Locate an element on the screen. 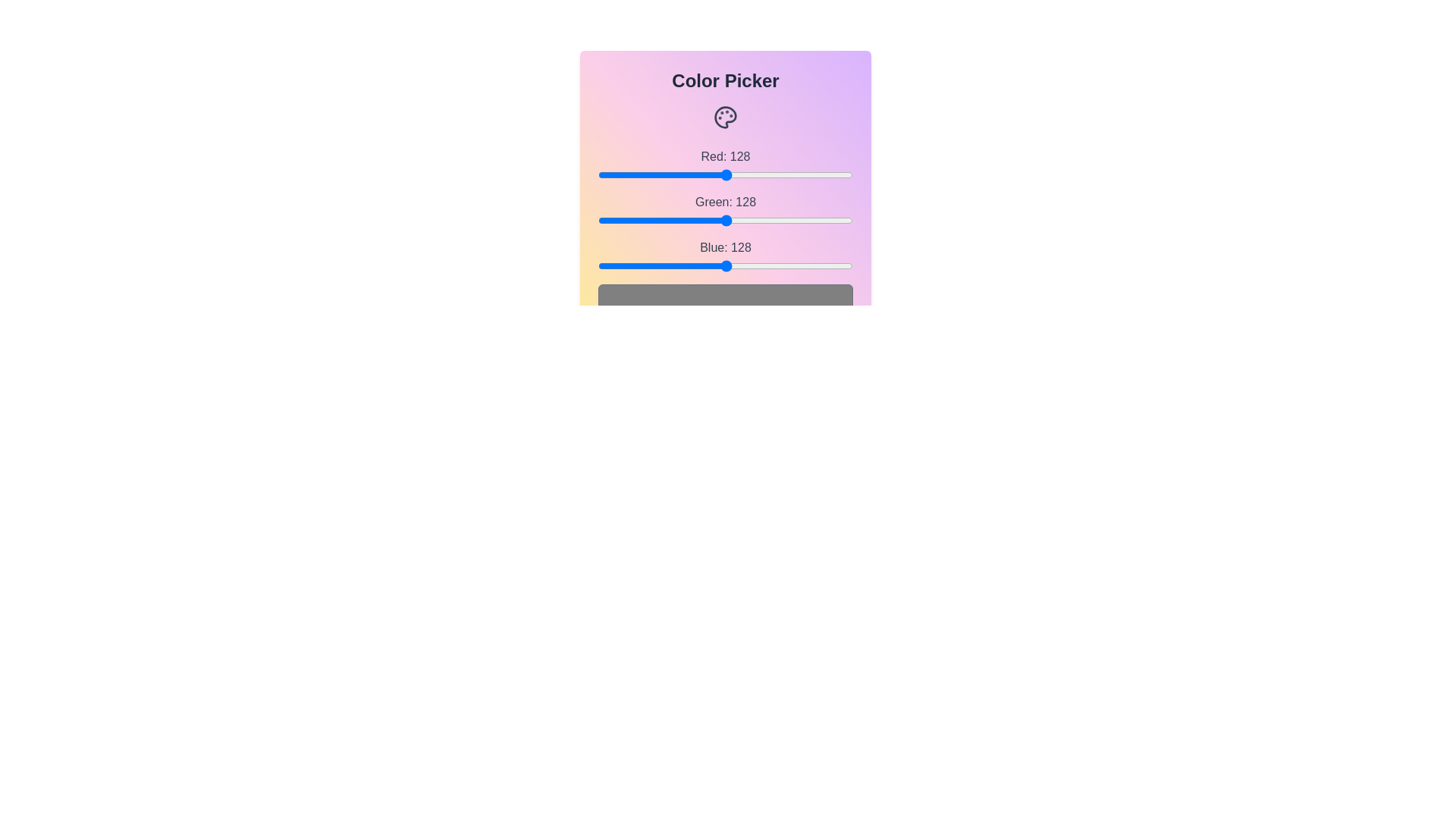 The height and width of the screenshot is (819, 1456). the green slider to set the green channel value to 208 is located at coordinates (805, 220).